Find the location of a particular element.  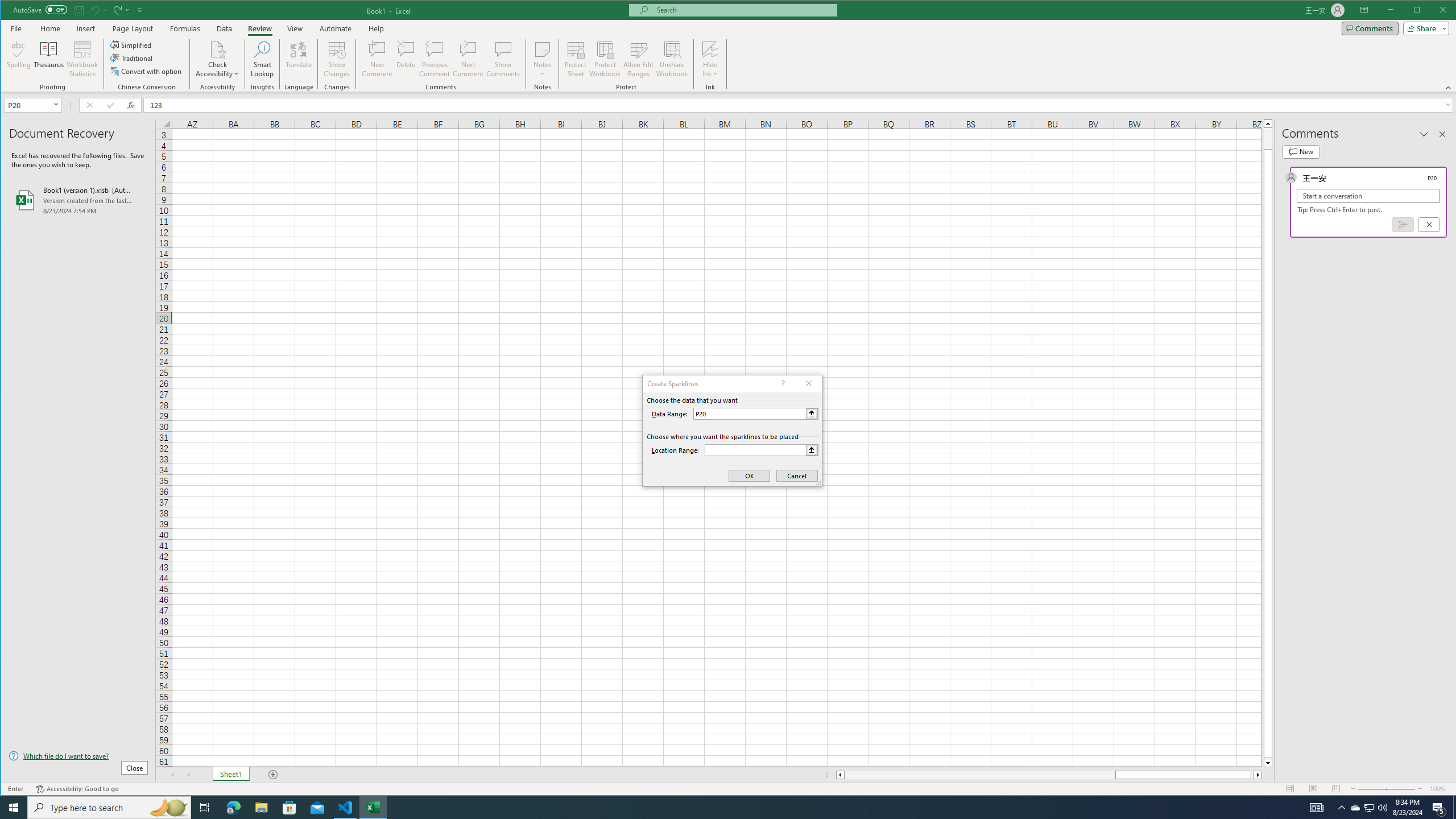

'Spelling...' is located at coordinates (18, 59).